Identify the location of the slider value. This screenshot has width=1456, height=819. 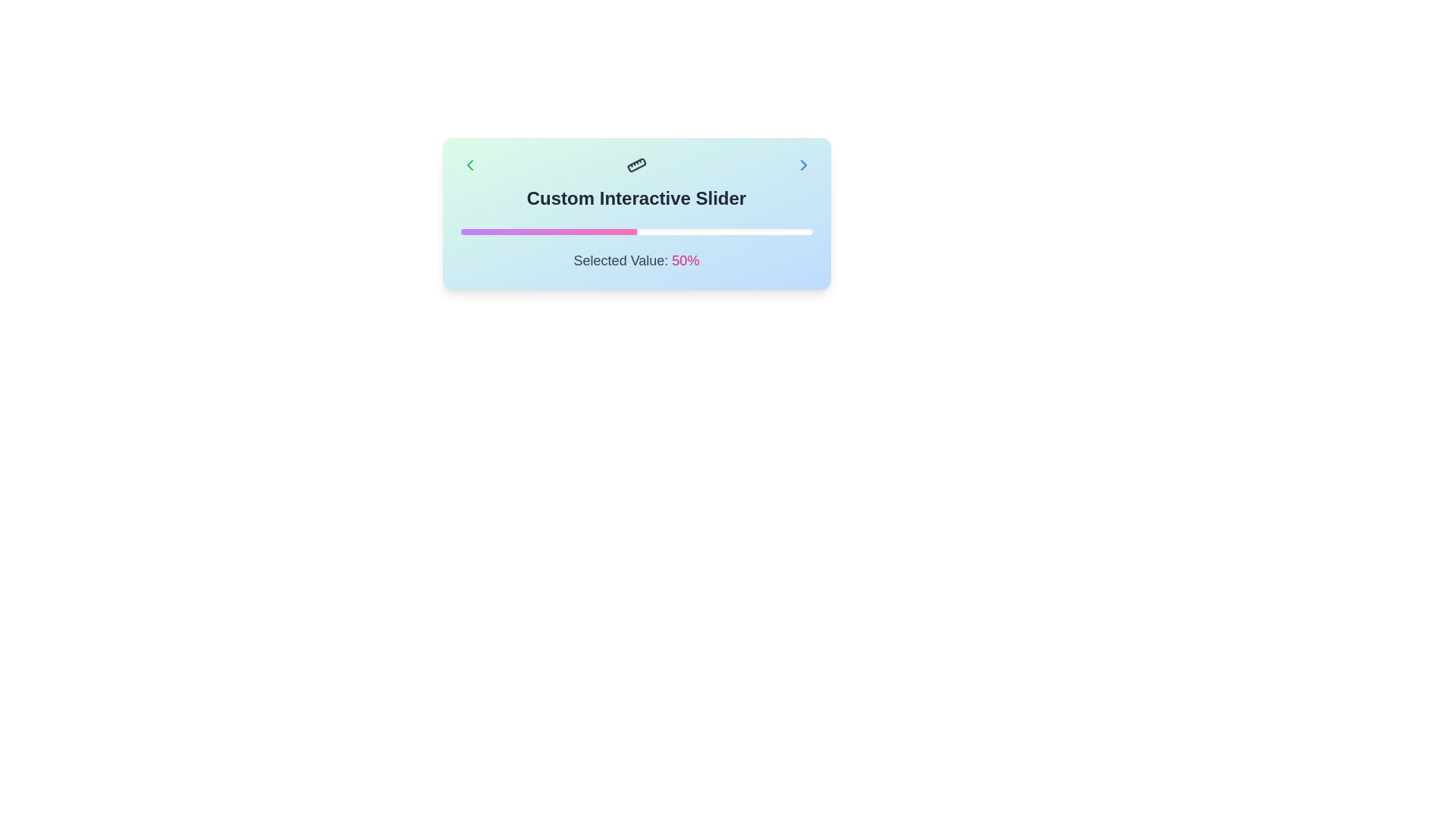
(619, 231).